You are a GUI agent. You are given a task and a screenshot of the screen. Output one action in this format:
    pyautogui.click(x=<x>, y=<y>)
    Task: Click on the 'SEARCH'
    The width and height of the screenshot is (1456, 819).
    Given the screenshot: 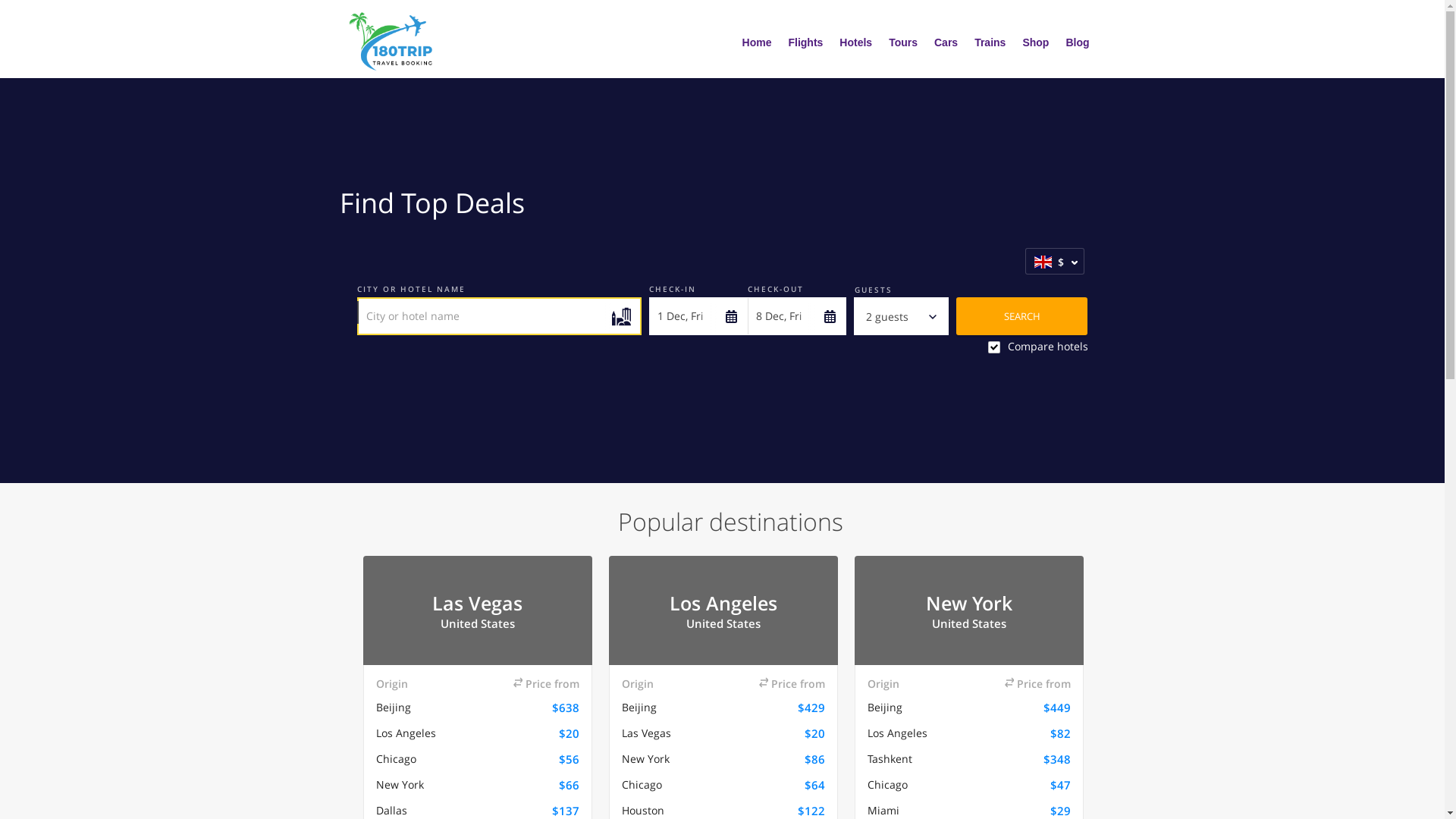 What is the action you would take?
    pyautogui.click(x=955, y=315)
    